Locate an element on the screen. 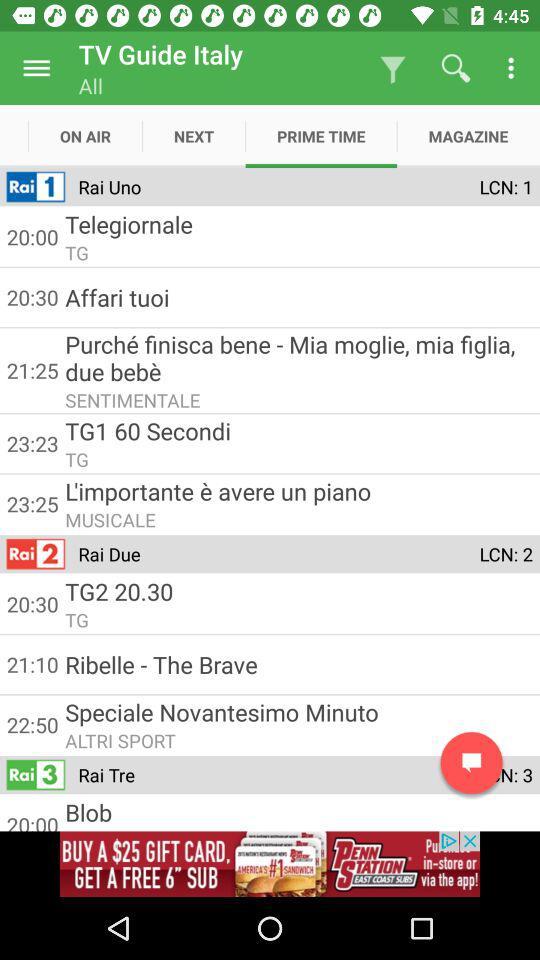 This screenshot has height=960, width=540. start chat is located at coordinates (471, 762).